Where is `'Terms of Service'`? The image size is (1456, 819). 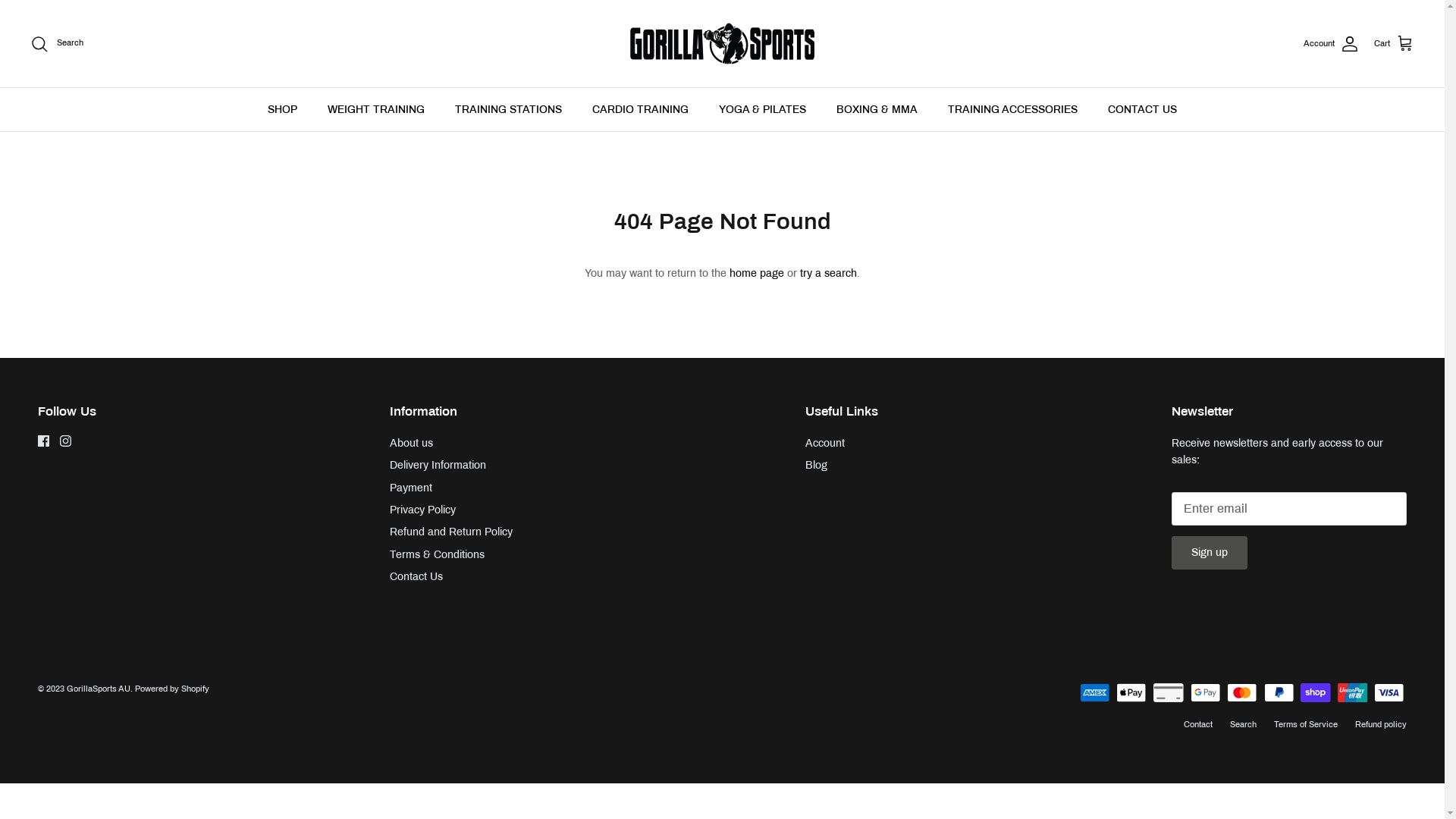 'Terms of Service' is located at coordinates (1305, 723).